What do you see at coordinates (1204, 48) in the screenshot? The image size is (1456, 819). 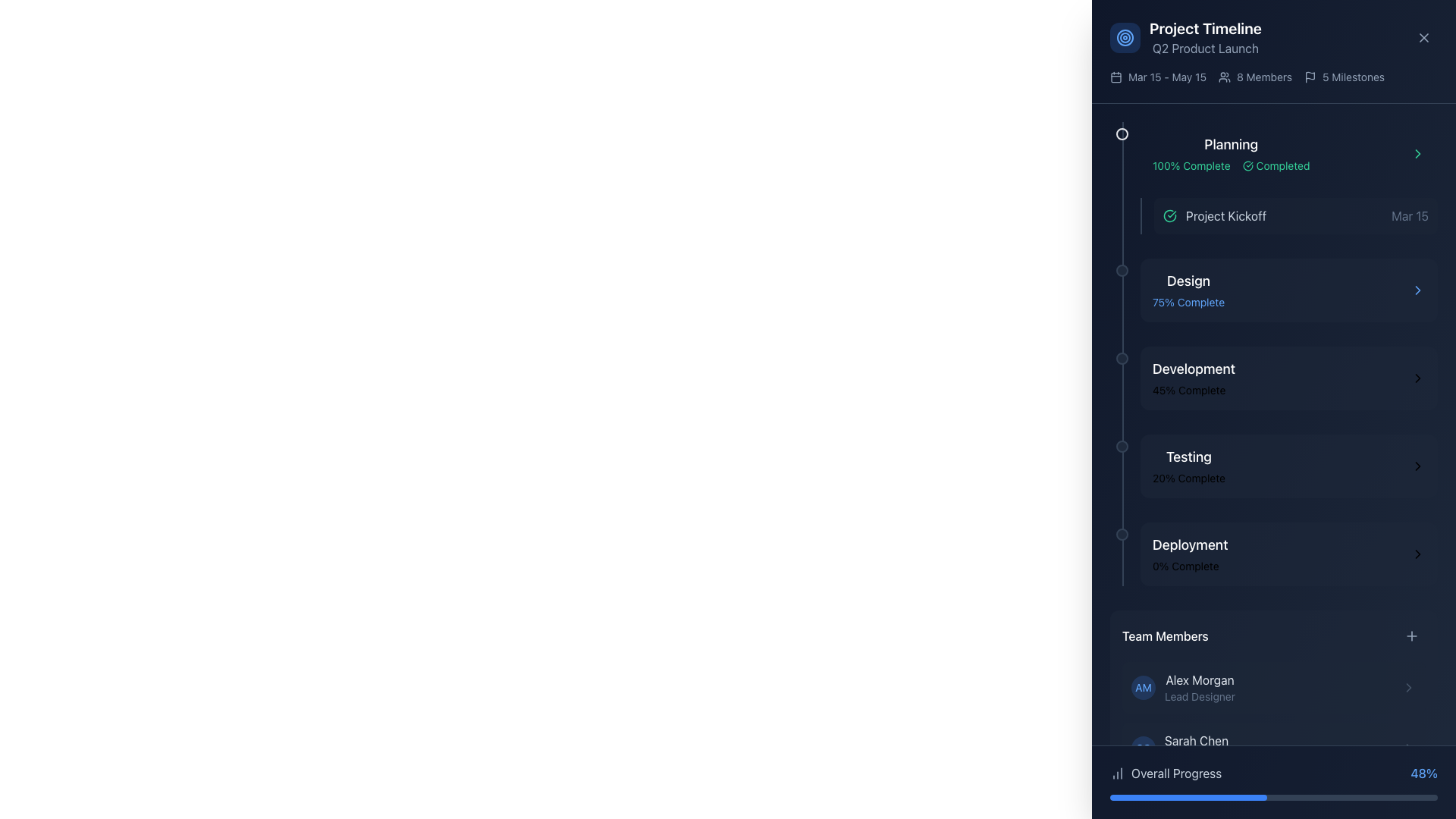 I see `the label displaying 'Q2 Product Launch' which is styled in gray and located in the header section below 'Project Timeline'` at bounding box center [1204, 48].